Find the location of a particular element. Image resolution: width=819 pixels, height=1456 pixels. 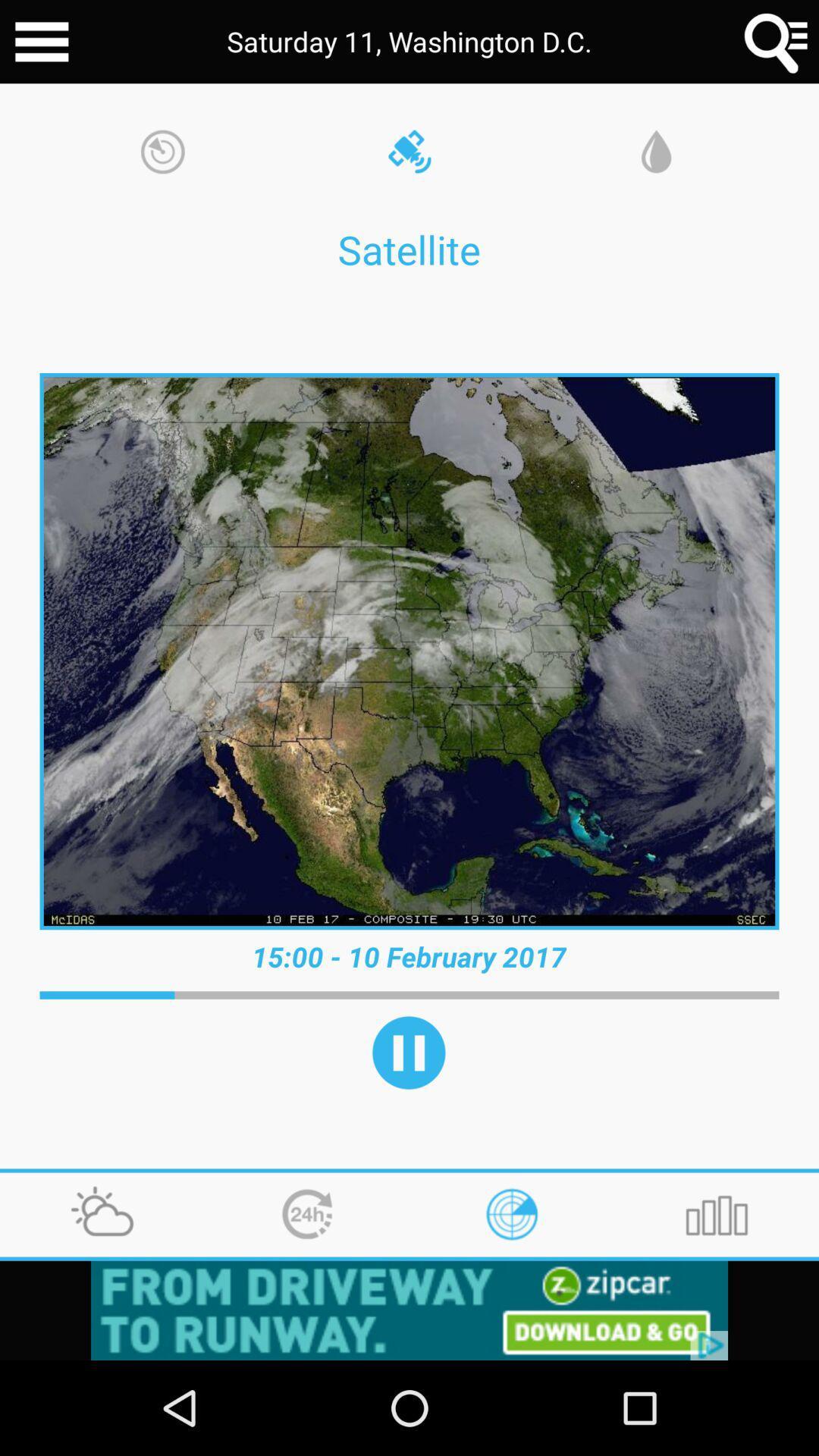

search option is located at coordinates (777, 42).